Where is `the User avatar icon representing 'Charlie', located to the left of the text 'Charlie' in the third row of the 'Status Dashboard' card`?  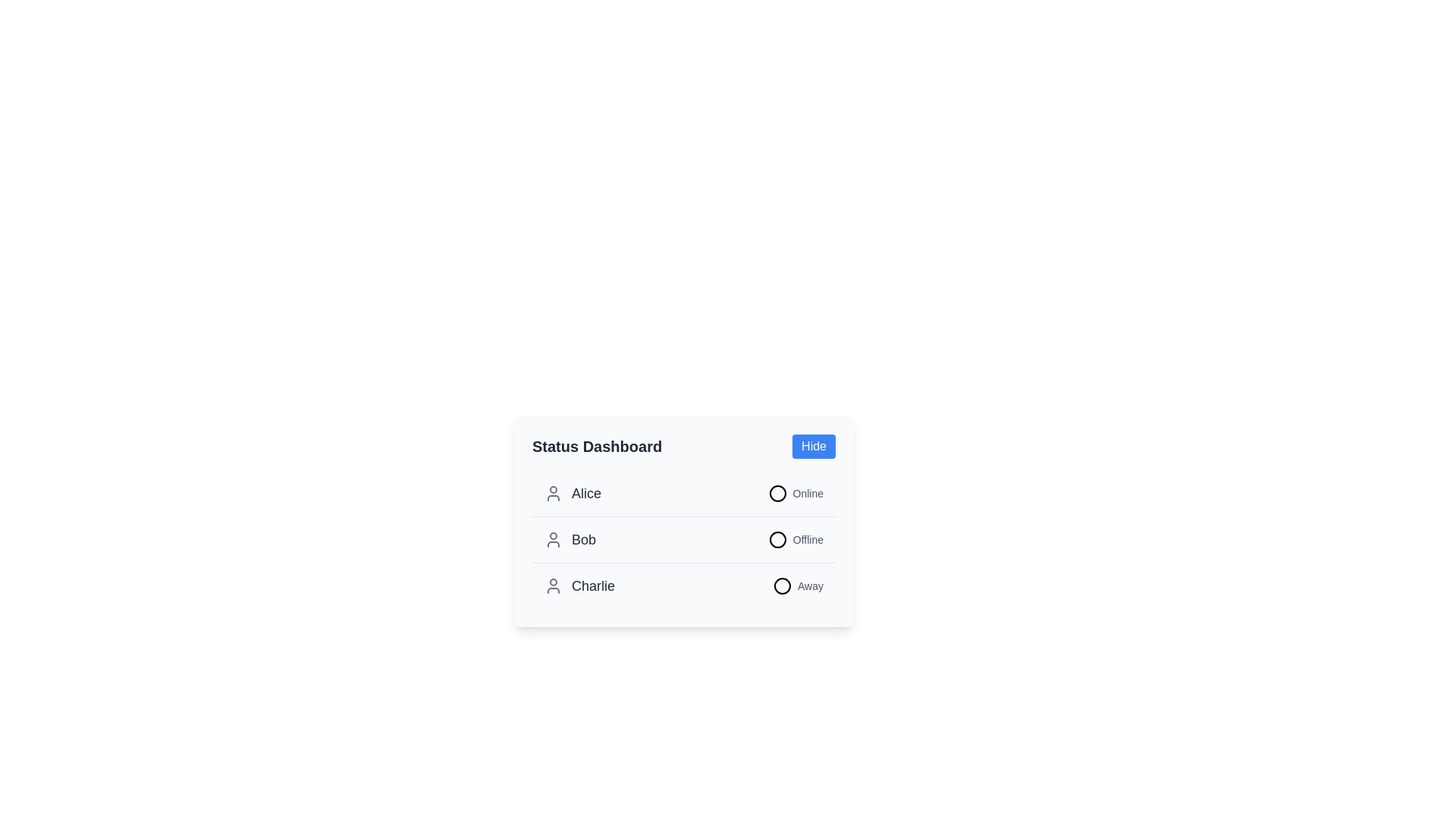
the User avatar icon representing 'Charlie', located to the left of the text 'Charlie' in the third row of the 'Status Dashboard' card is located at coordinates (552, 585).